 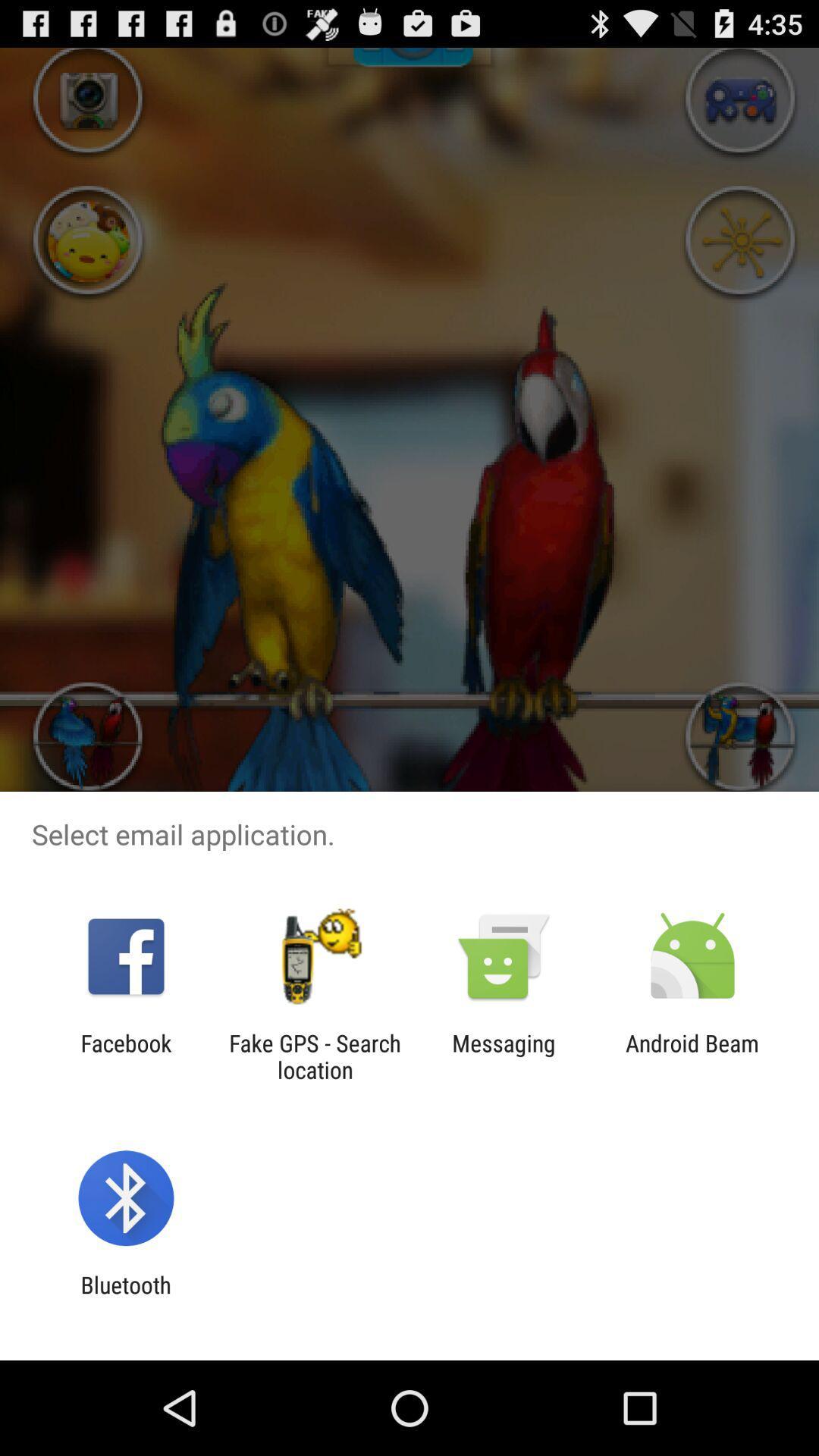 I want to click on bluetooth icon, so click(x=125, y=1298).